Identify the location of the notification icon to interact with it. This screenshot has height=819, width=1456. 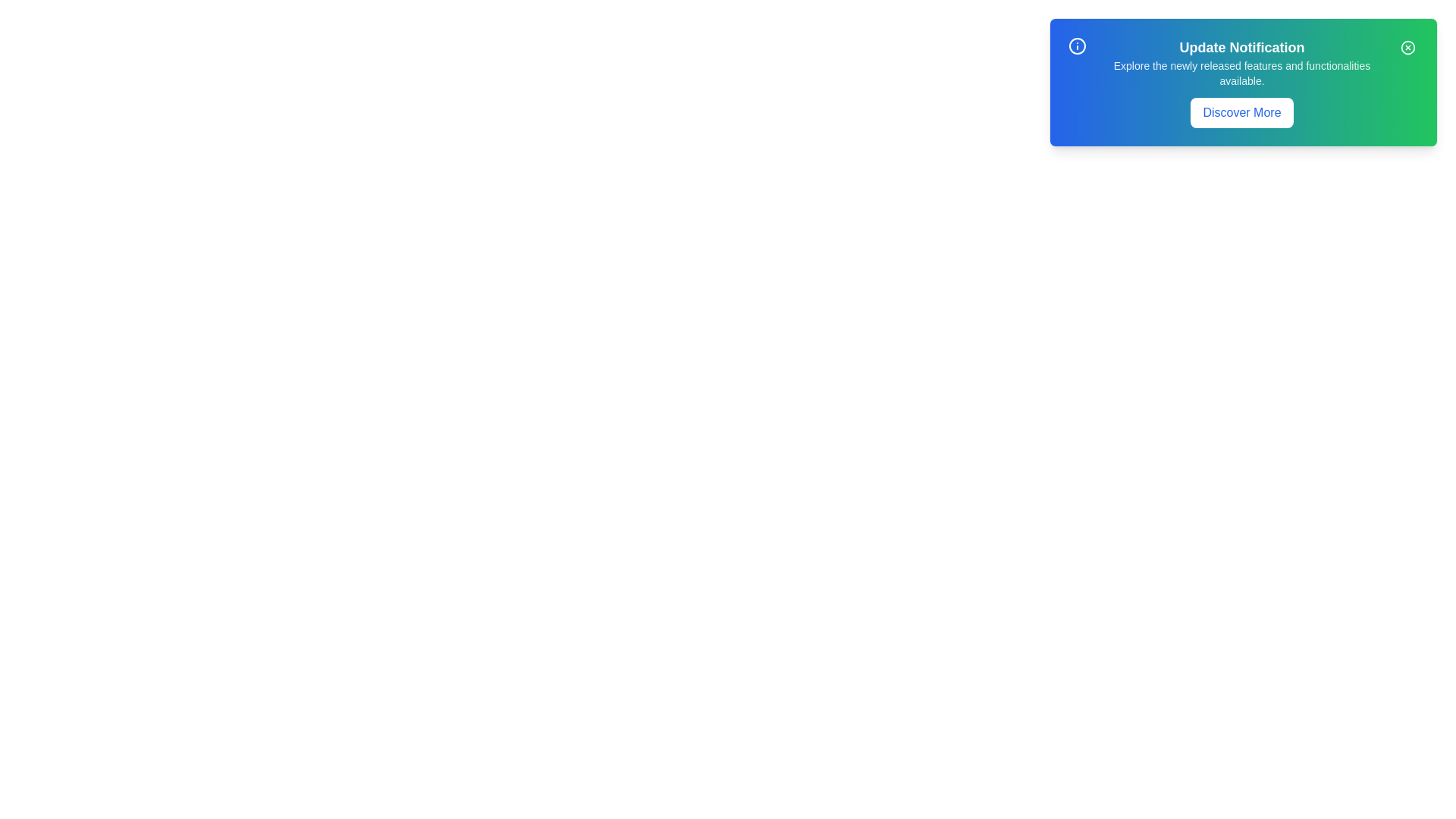
(1076, 45).